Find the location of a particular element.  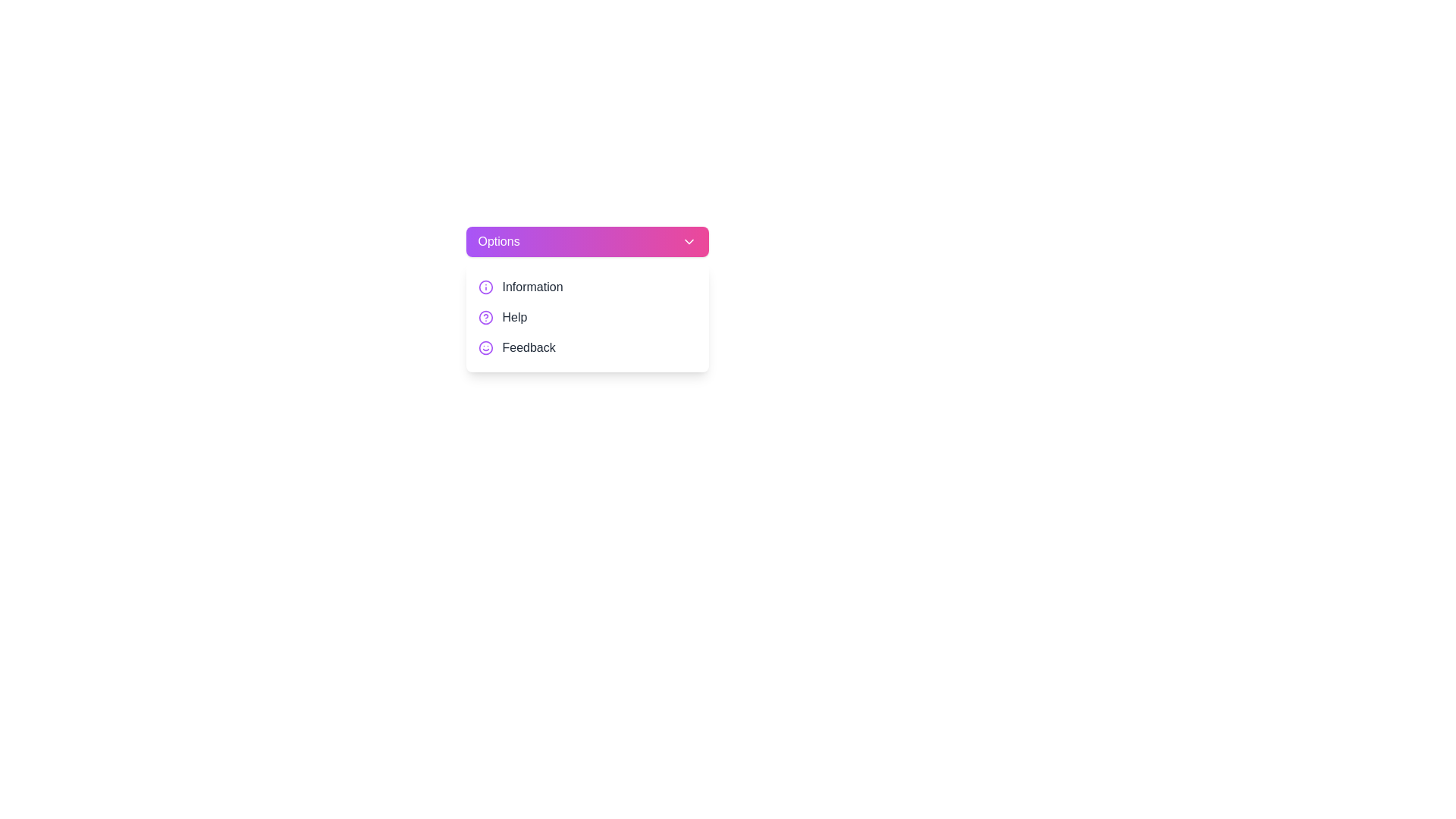

the dropdown menu is located at coordinates (586, 317).